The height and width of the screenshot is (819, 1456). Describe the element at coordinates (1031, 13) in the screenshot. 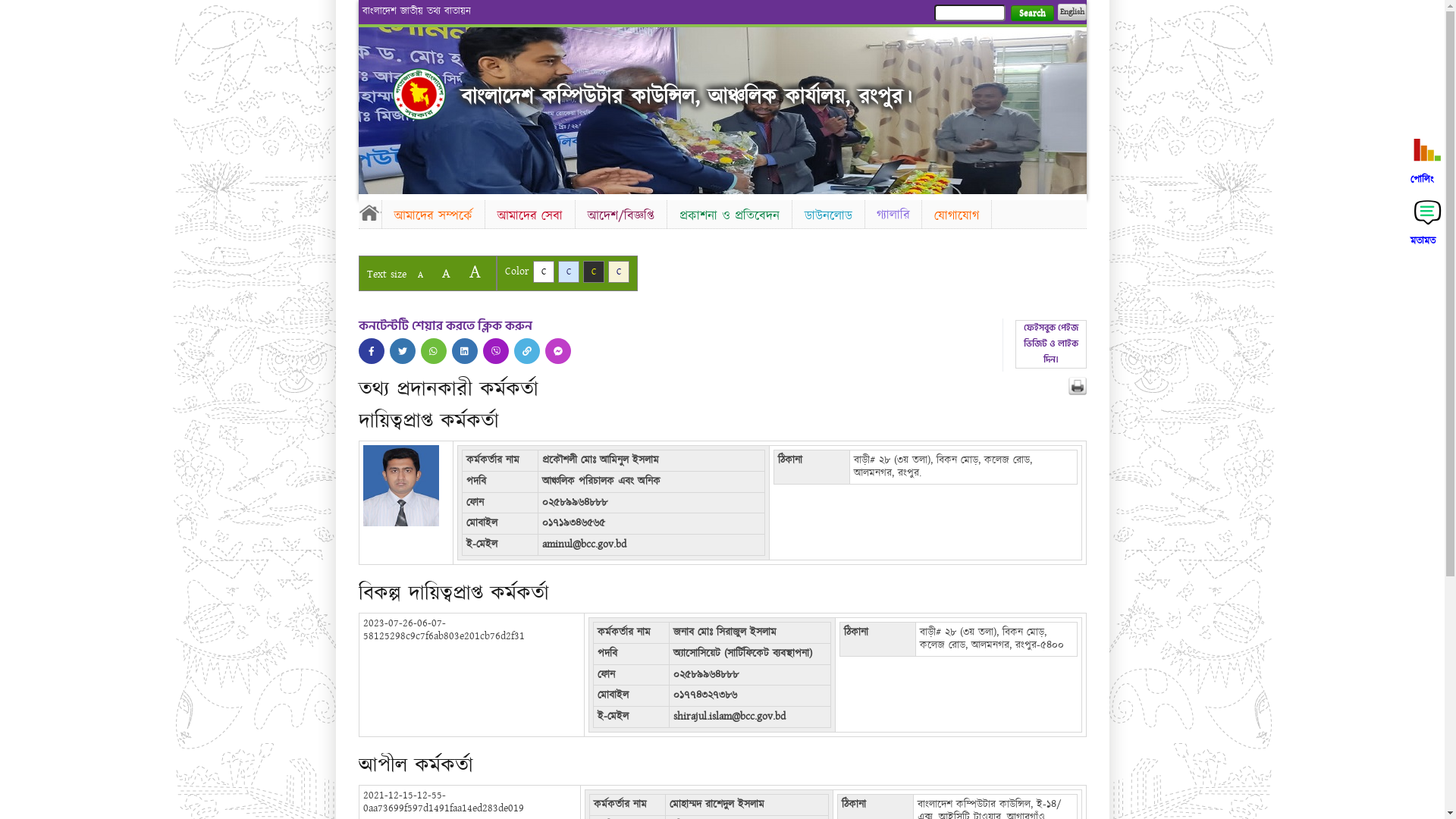

I see `'Search'` at that location.